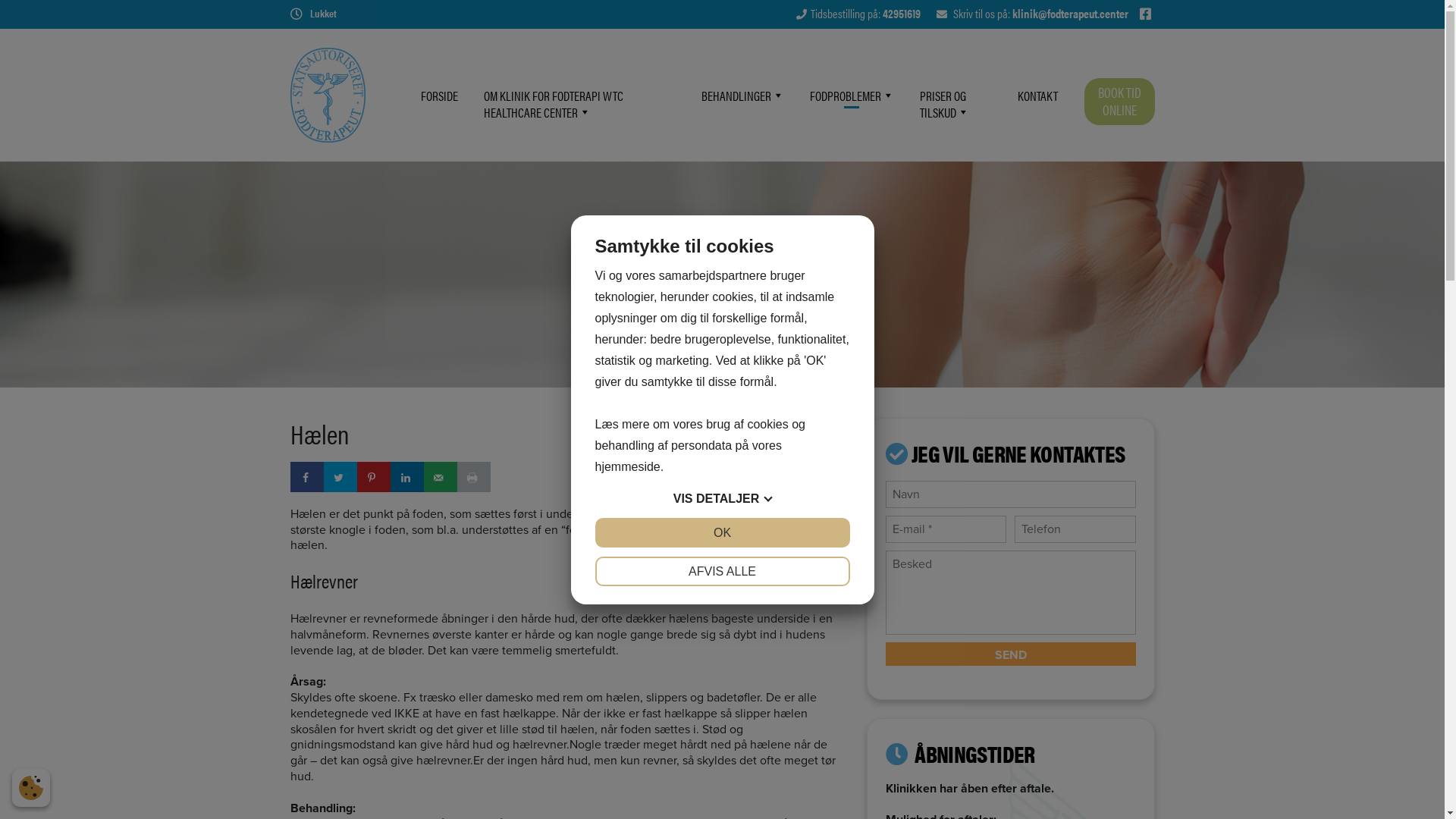 Image resolution: width=1456 pixels, height=819 pixels. What do you see at coordinates (742, 96) in the screenshot?
I see `'BEHANDLINGER'` at bounding box center [742, 96].